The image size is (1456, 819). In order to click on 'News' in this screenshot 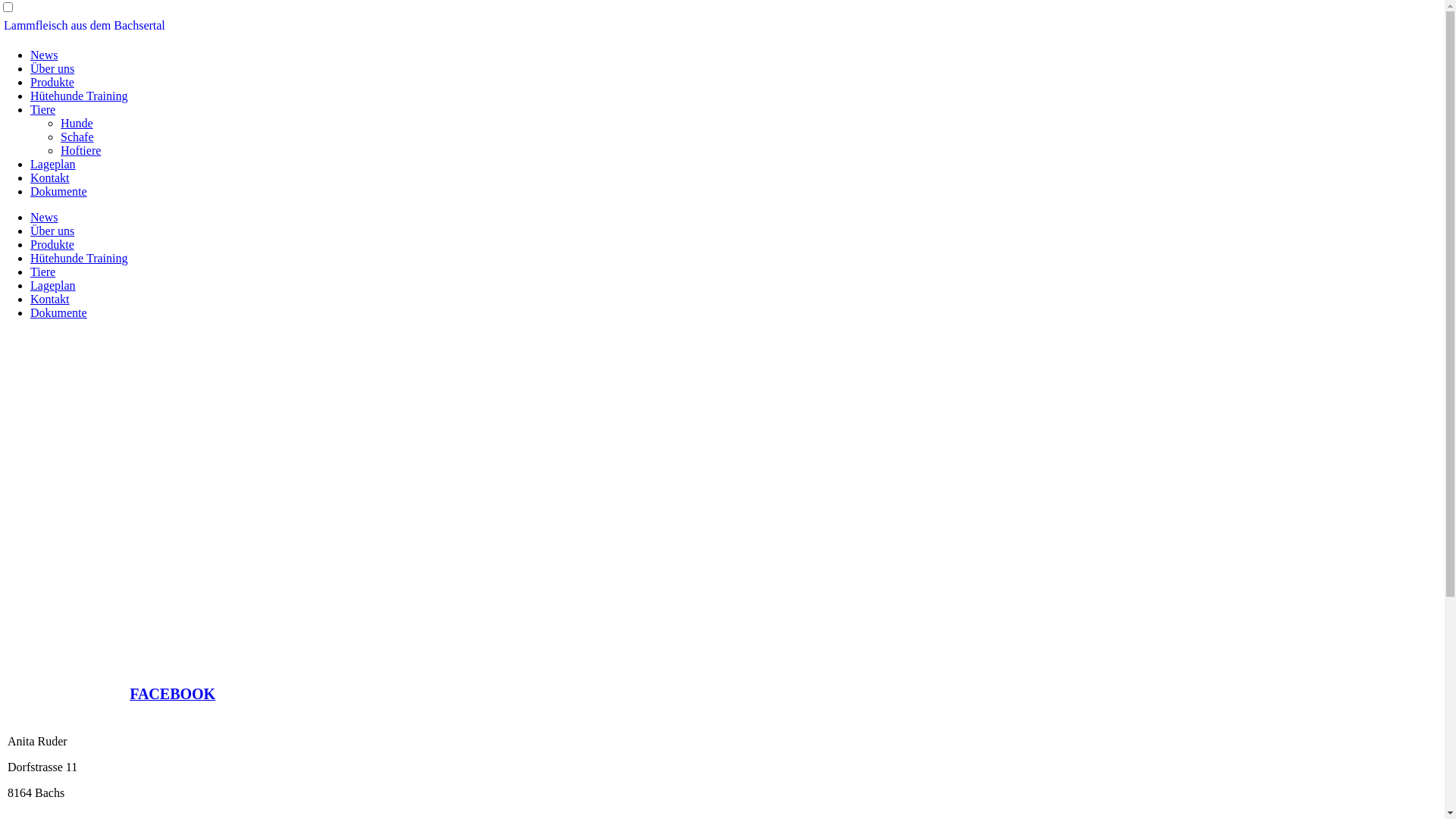, I will do `click(30, 217)`.